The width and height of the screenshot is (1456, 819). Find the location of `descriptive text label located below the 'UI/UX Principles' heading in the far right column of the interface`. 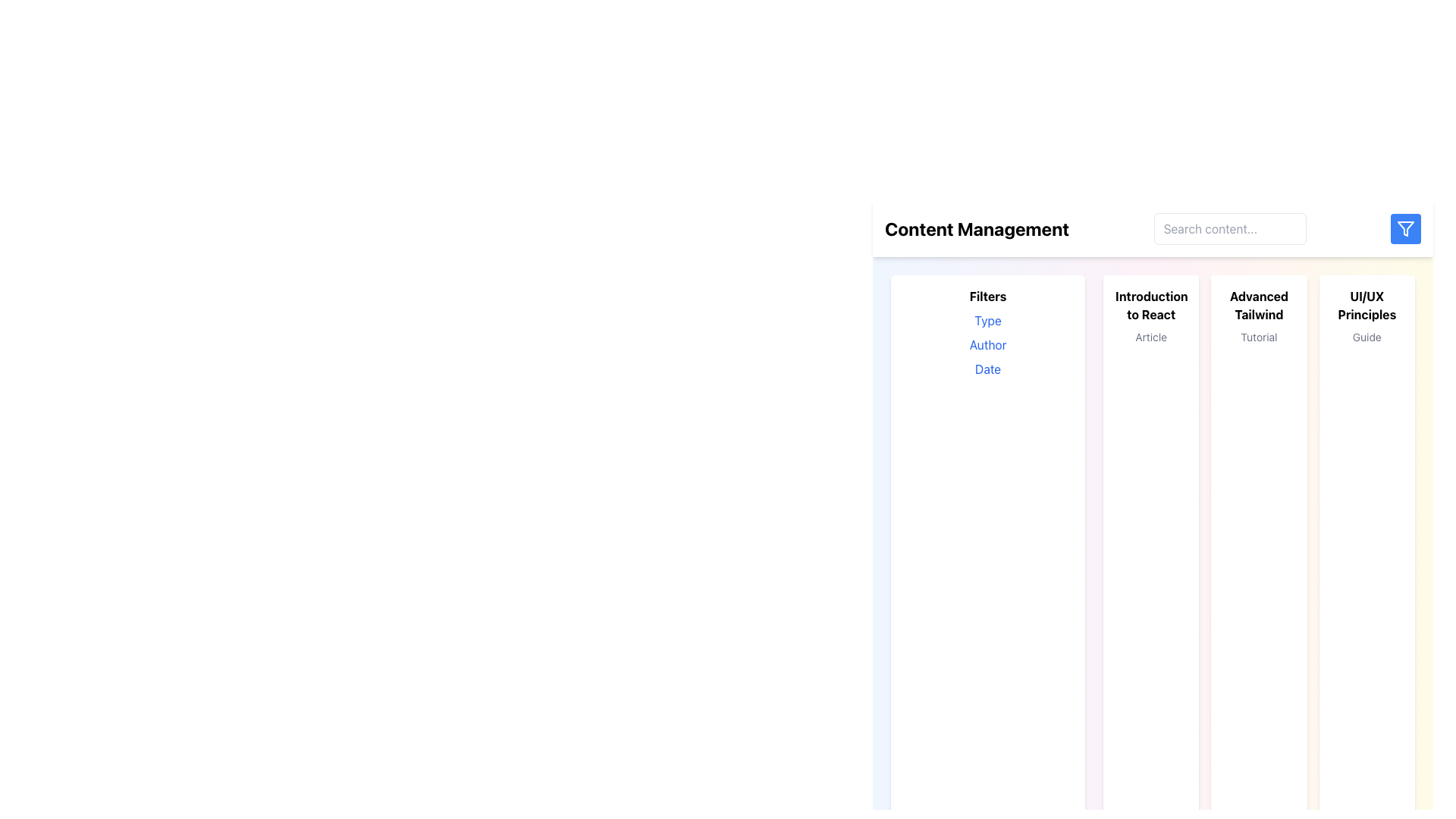

descriptive text label located below the 'UI/UX Principles' heading in the far right column of the interface is located at coordinates (1367, 336).